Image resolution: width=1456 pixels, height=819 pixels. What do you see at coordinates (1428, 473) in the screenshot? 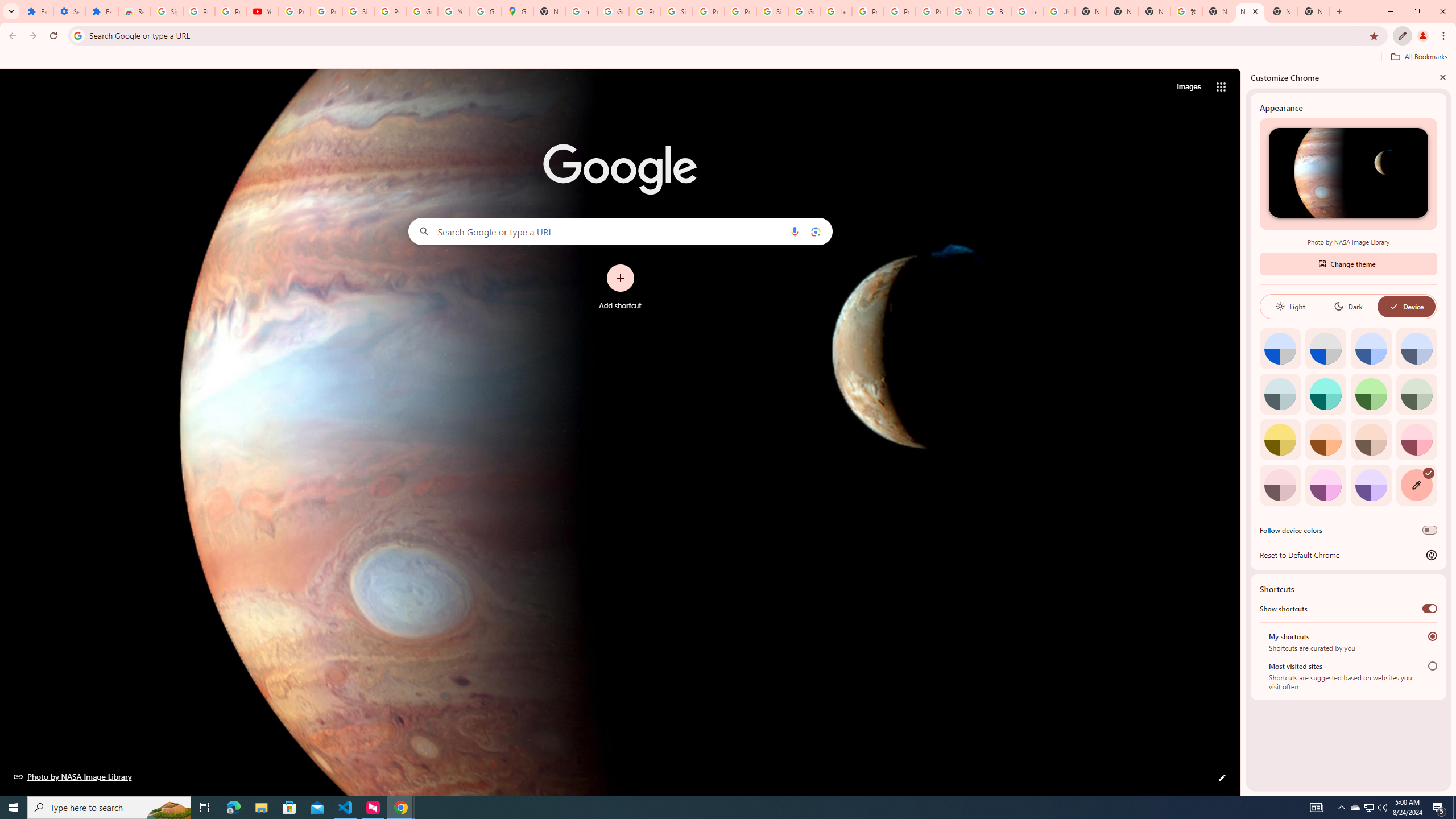
I see `'AutomationID: svg'` at bounding box center [1428, 473].